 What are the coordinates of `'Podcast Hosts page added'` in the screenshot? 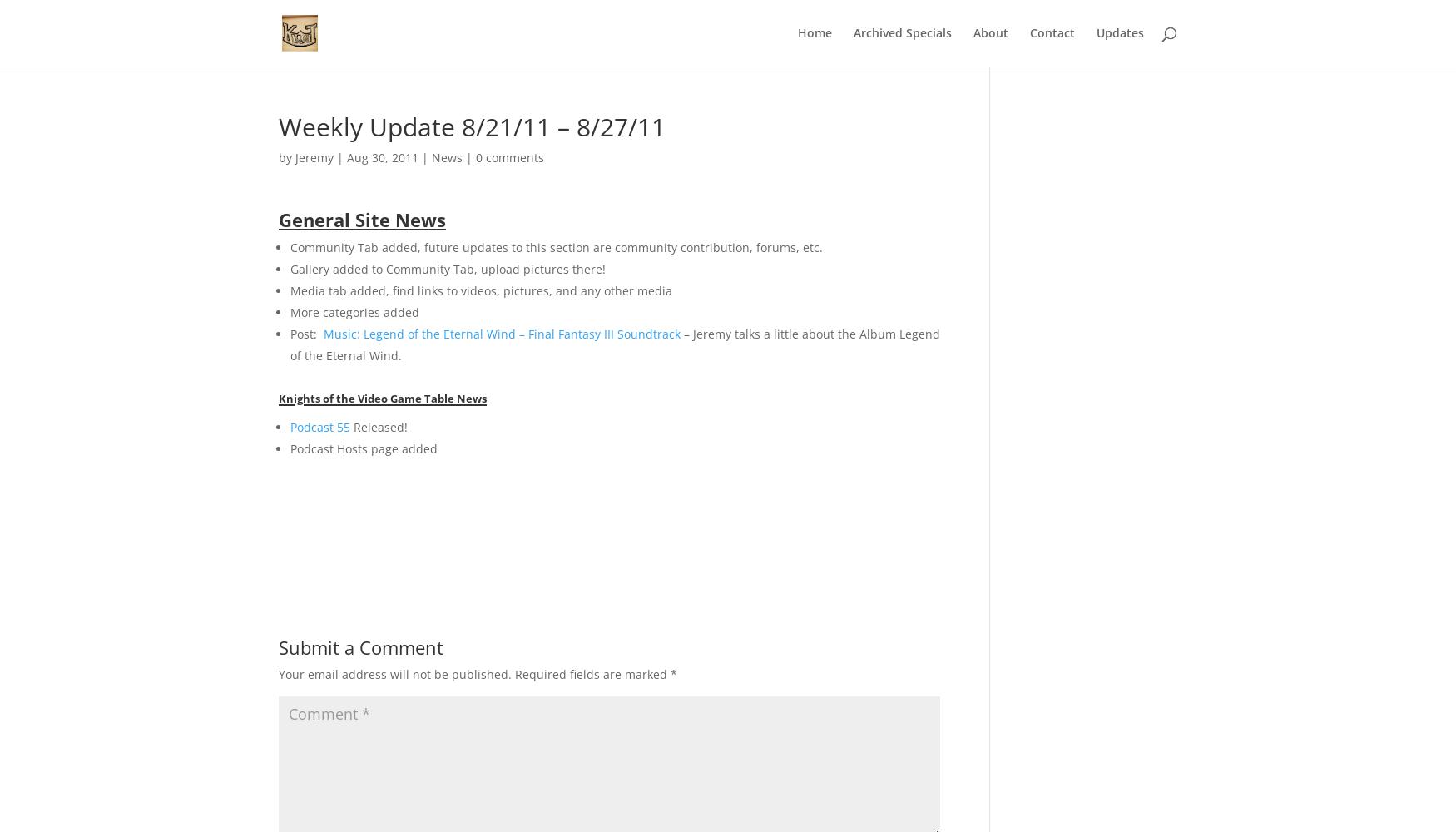 It's located at (363, 448).